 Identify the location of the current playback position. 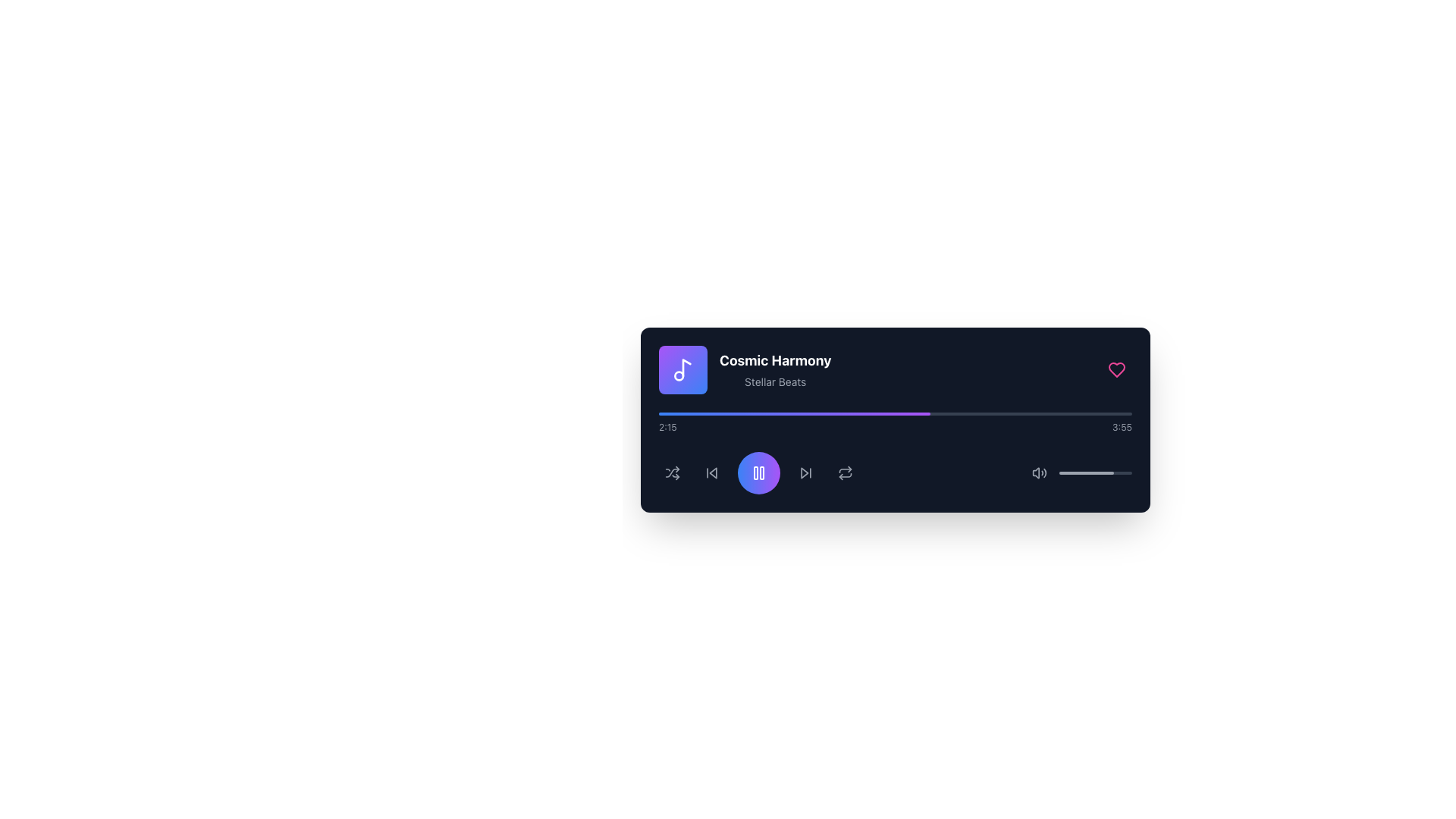
(858, 414).